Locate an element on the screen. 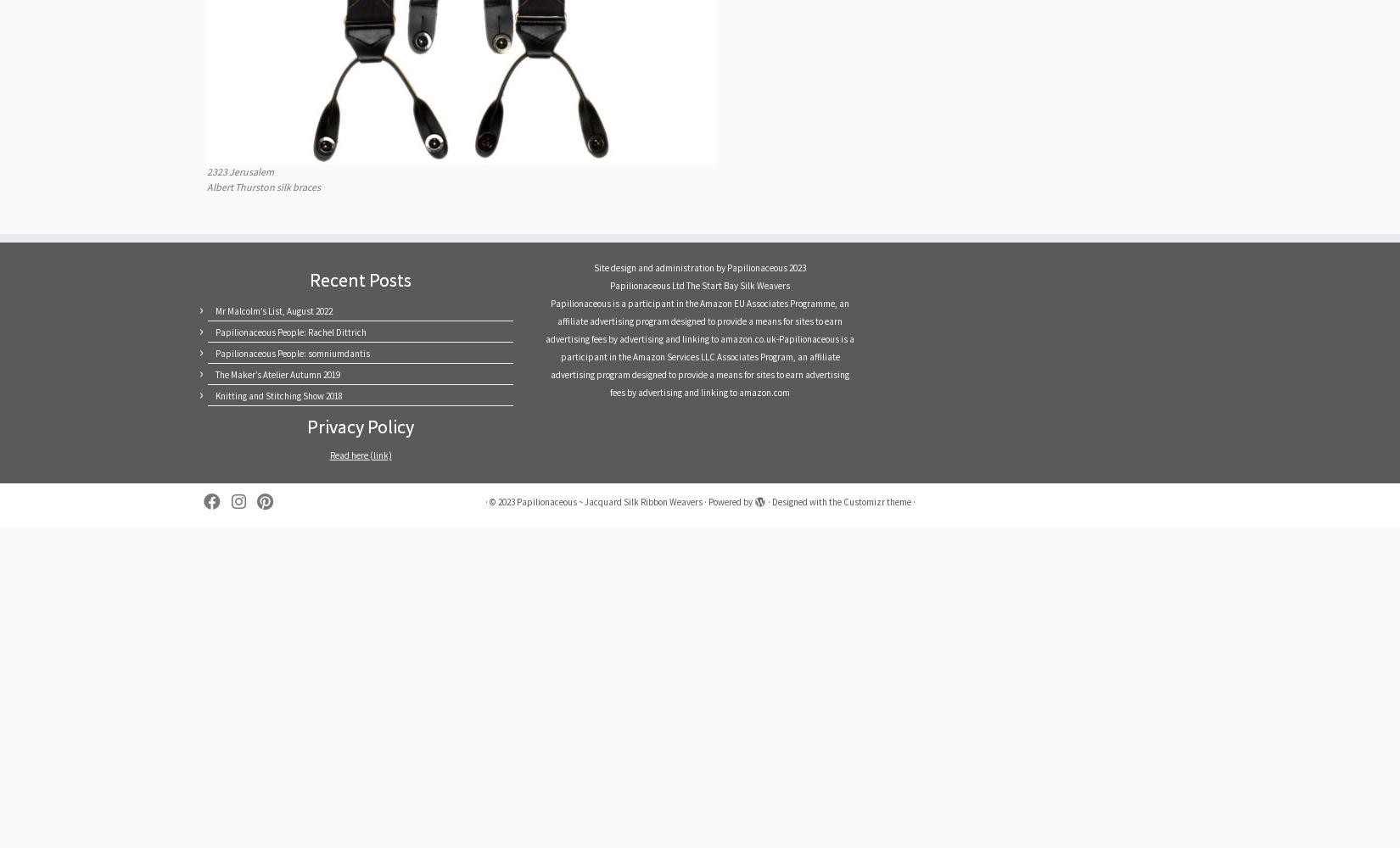 The width and height of the screenshot is (1400, 848). 'Customizr theme' is located at coordinates (876, 500).